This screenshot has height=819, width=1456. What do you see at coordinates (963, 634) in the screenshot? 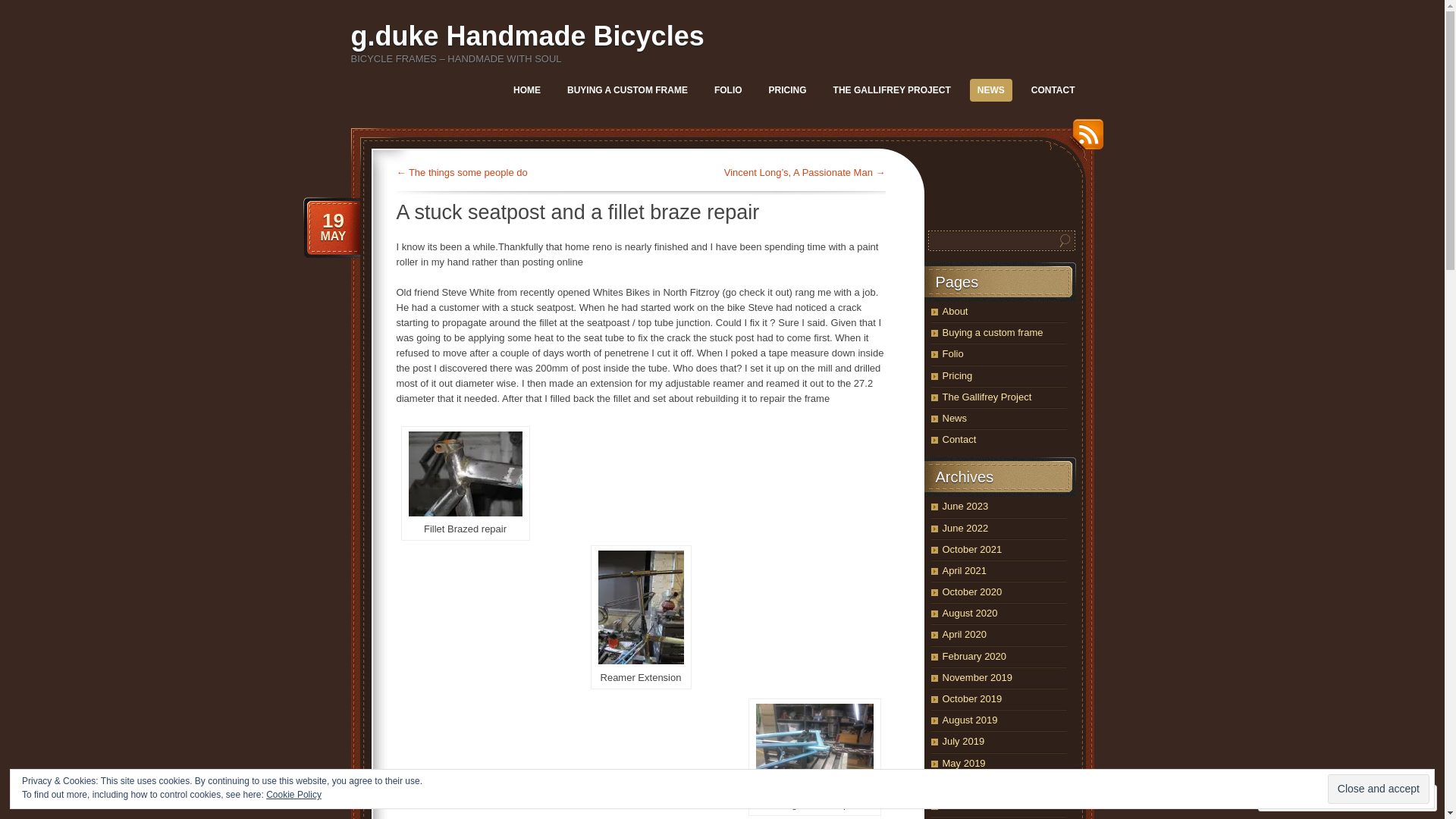
I see `'April 2020'` at bounding box center [963, 634].